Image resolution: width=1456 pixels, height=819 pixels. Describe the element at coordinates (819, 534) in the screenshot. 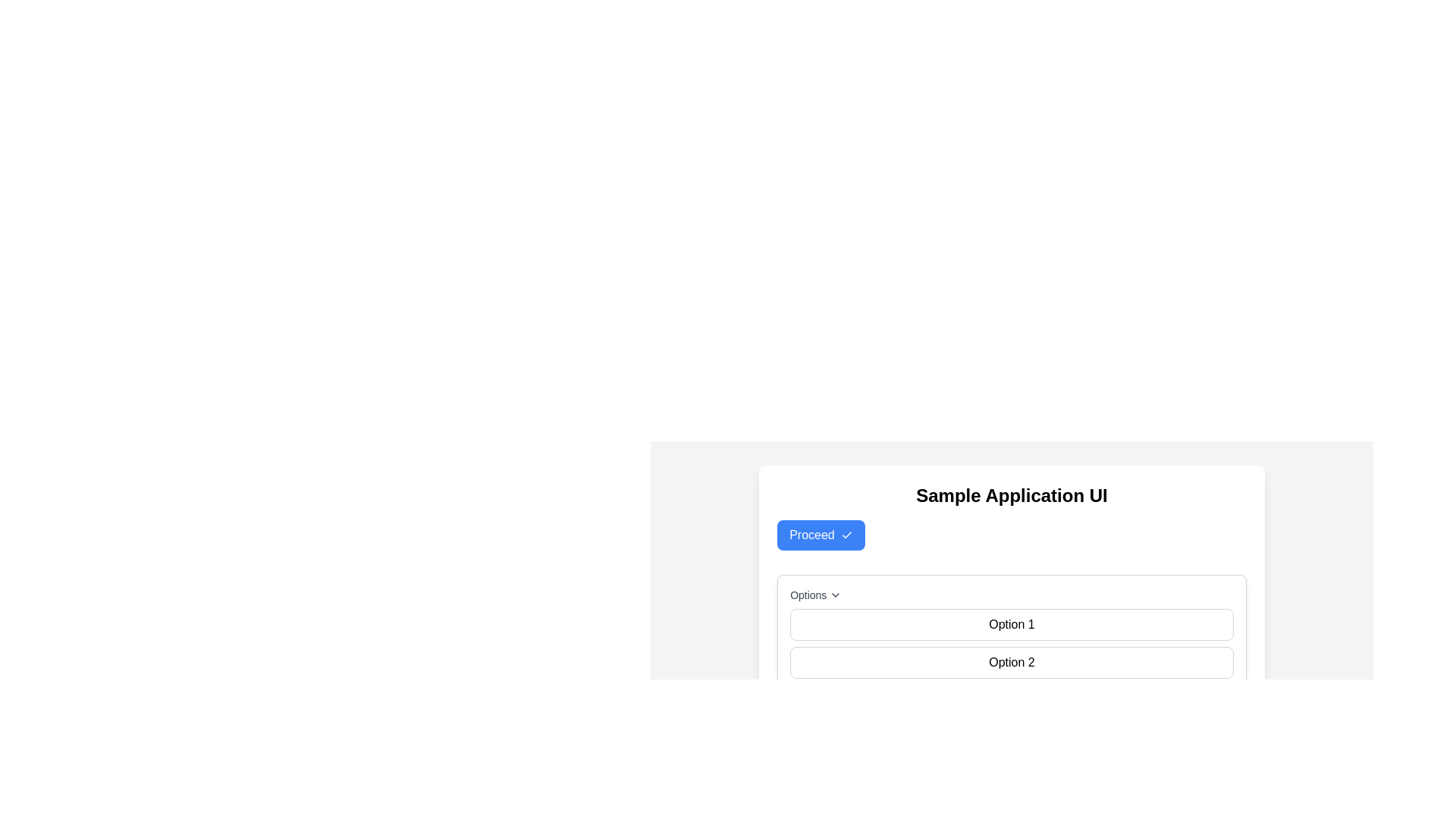

I see `the blue button labeled 'Proceed' with a checkmark icon on its right side, located within the 'Sample Application UI' card` at that location.